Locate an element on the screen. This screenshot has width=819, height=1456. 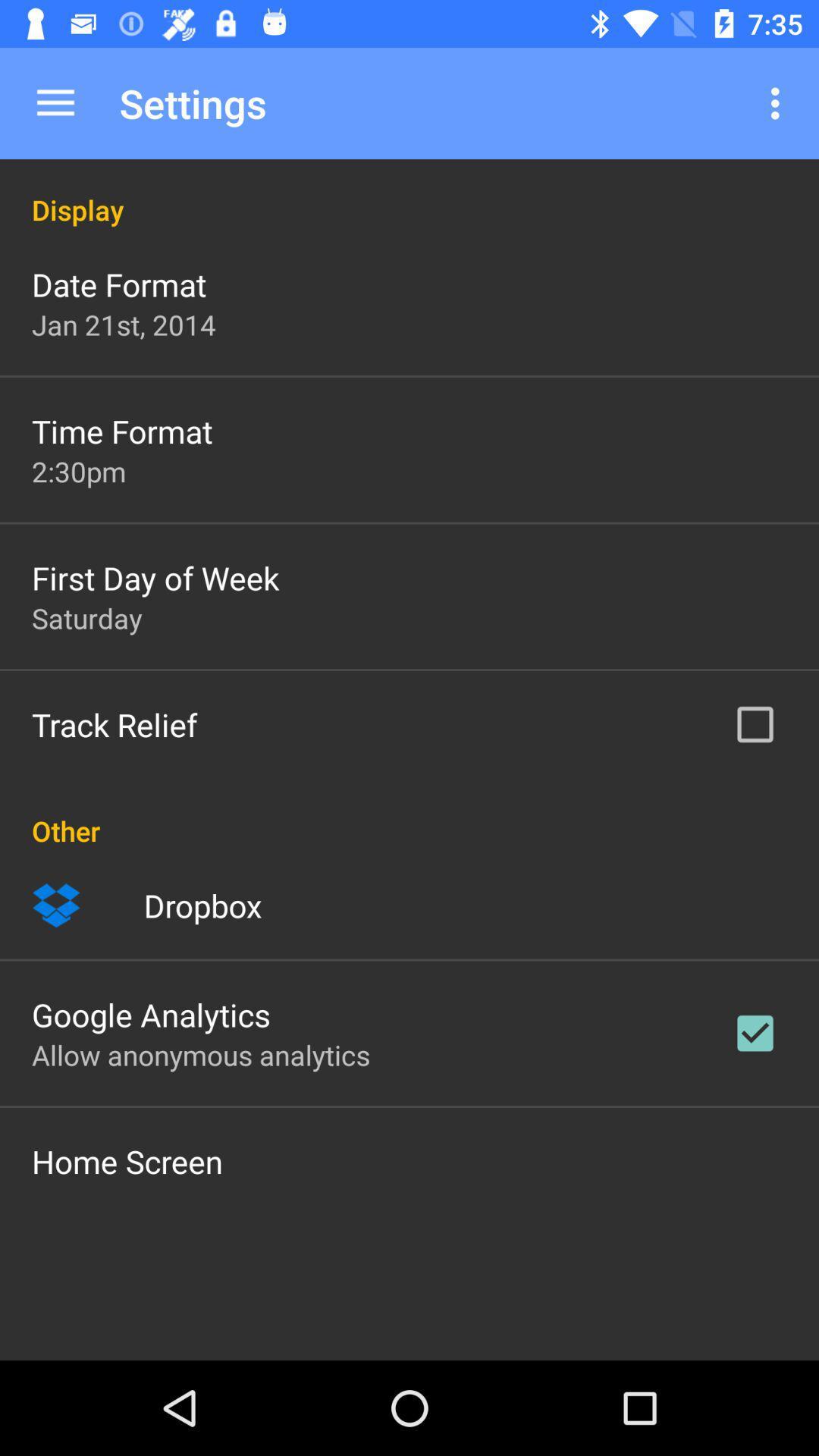
home screen item is located at coordinates (127, 1160).